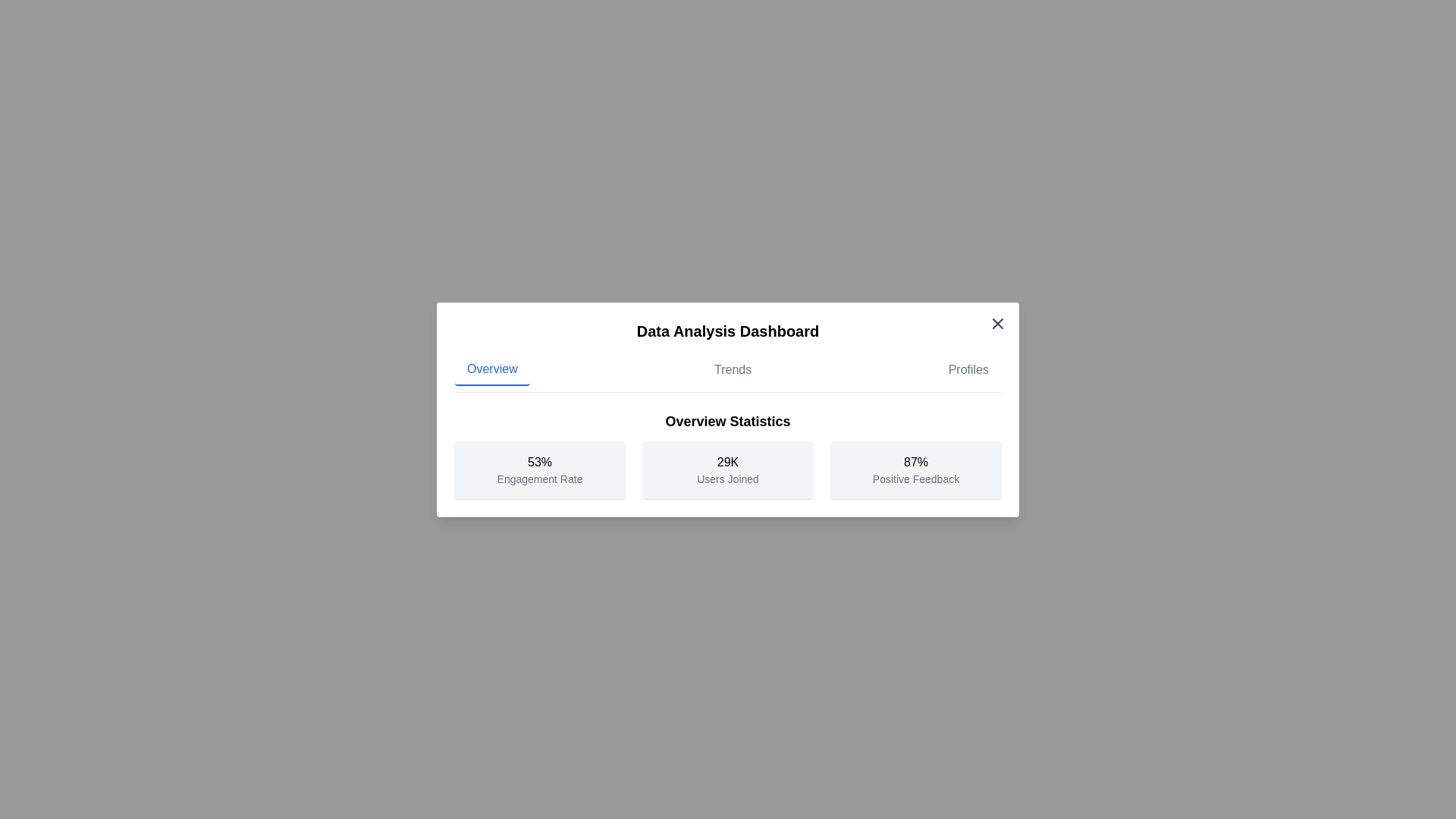  I want to click on the Header text element that reads 'Overview Statistics', which is styled in a bold, large font and located centrally above three data cards, so click(728, 421).